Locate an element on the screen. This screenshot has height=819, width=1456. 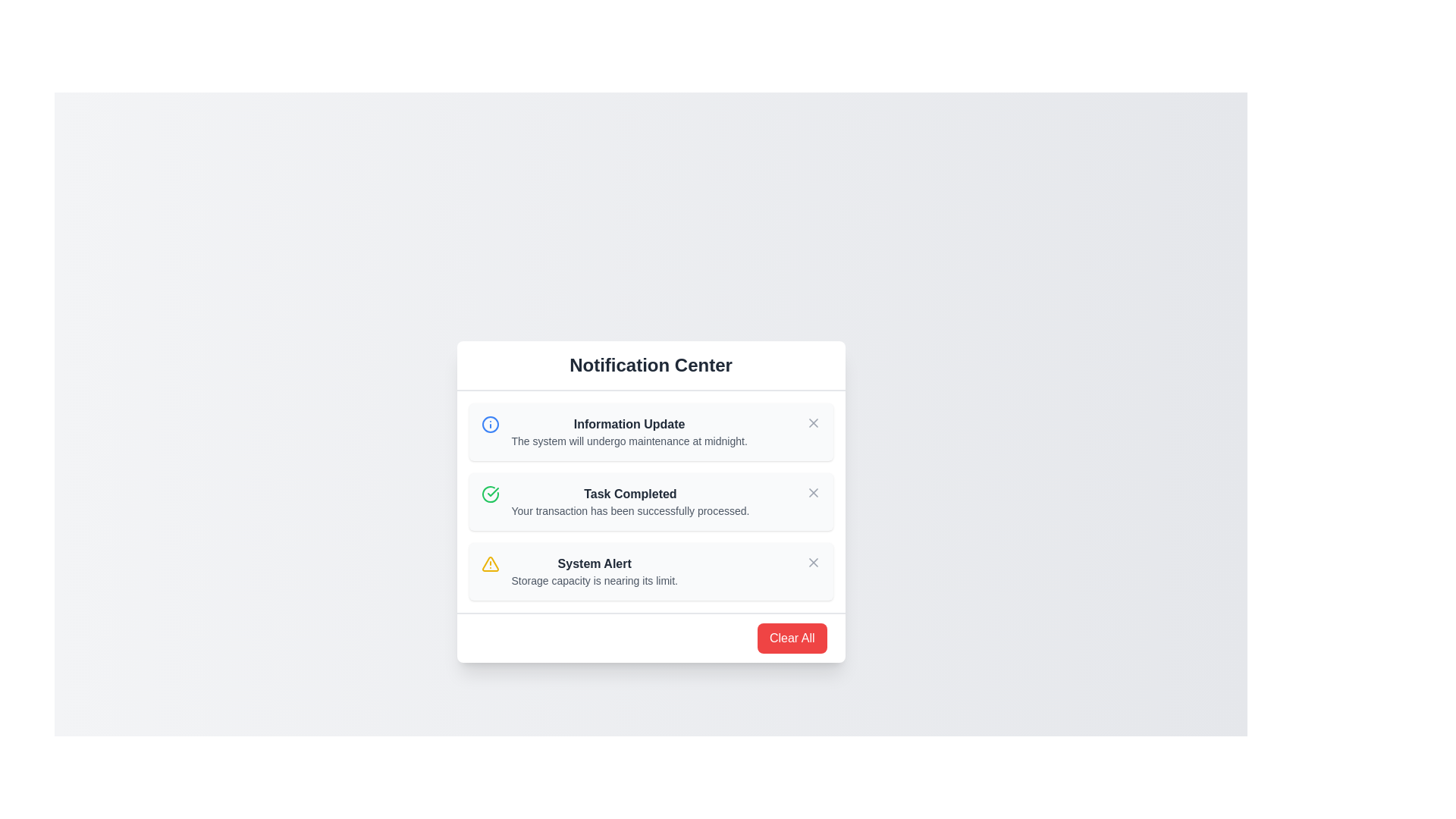
the close icon (X) on the right side of the 'Task Completed' notification is located at coordinates (812, 493).